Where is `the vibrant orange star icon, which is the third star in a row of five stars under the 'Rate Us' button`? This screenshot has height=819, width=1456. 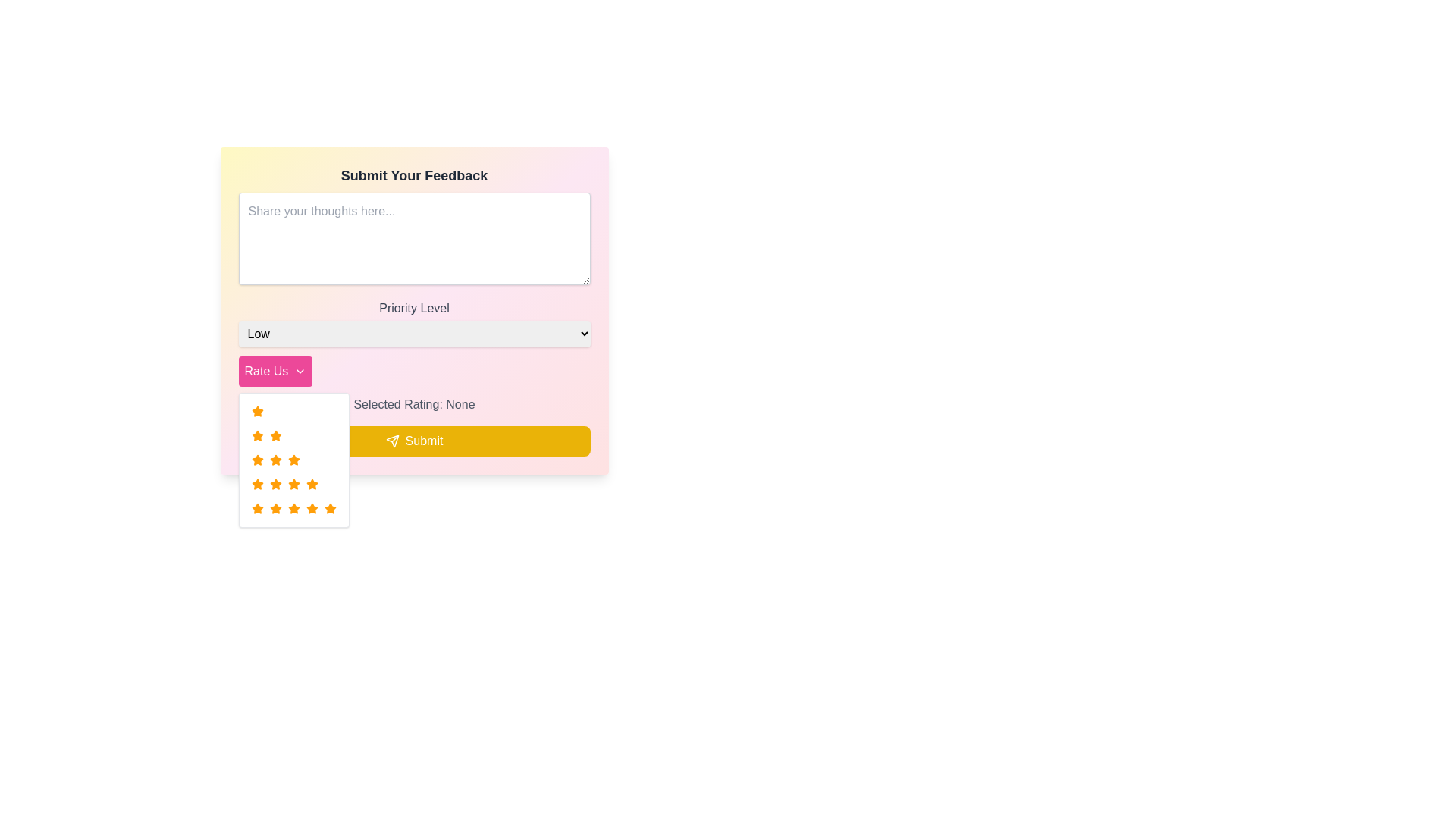 the vibrant orange star icon, which is the third star in a row of five stars under the 'Rate Us' button is located at coordinates (275, 485).